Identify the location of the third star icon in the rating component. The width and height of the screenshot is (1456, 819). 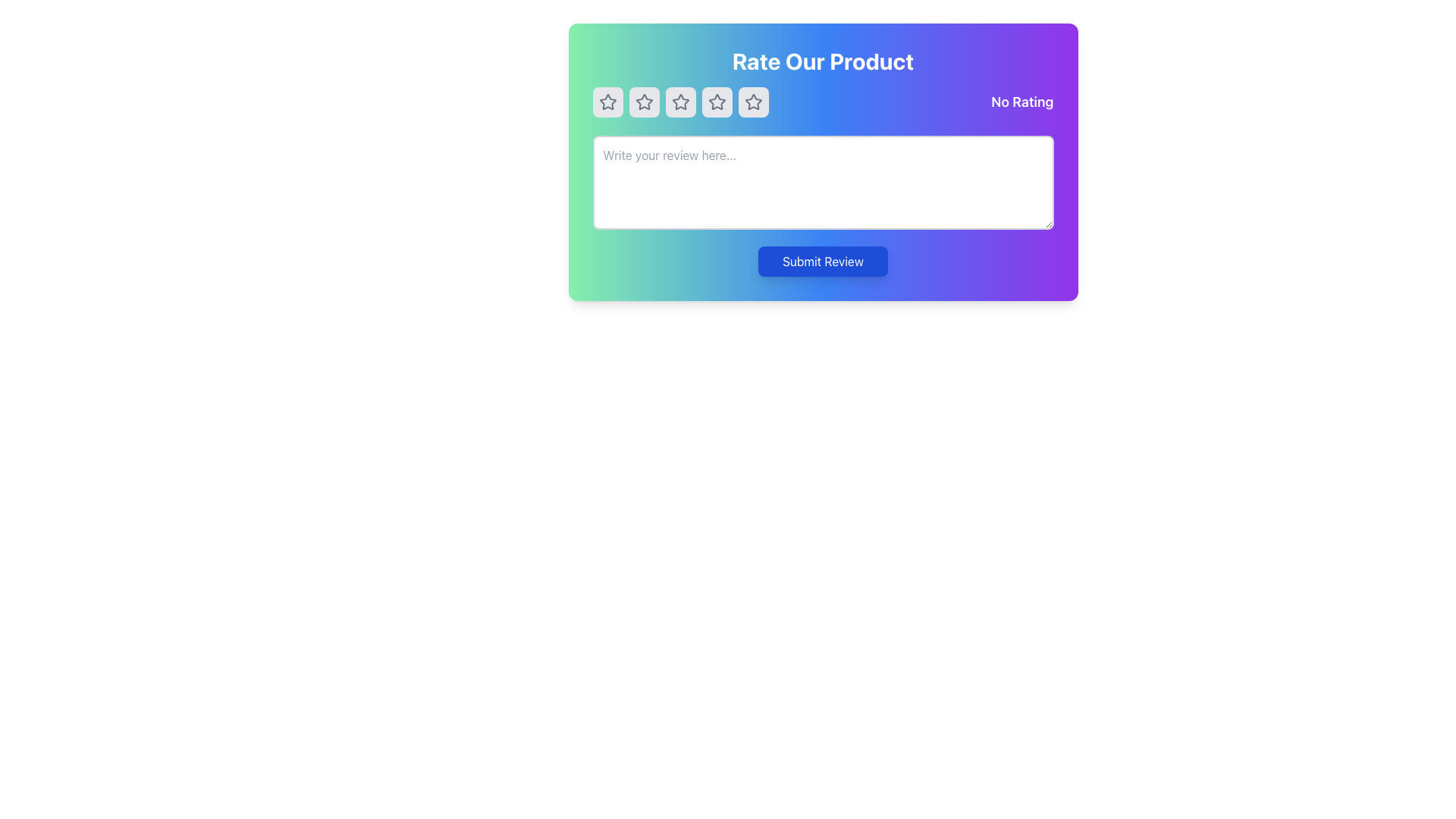
(716, 102).